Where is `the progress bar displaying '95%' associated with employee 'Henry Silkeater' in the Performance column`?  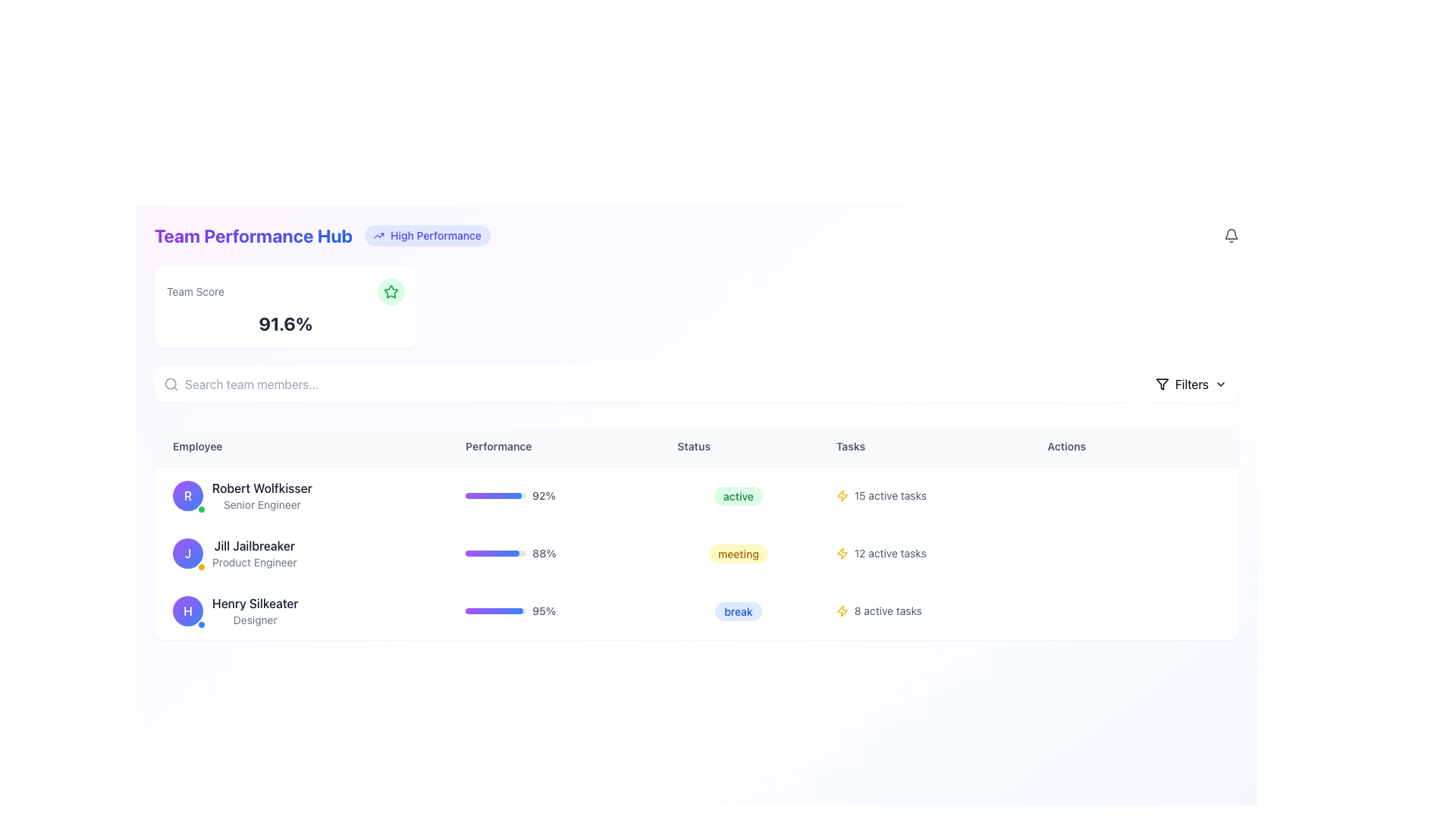
the progress bar displaying '95%' associated with employee 'Henry Silkeater' in the Performance column is located at coordinates (552, 610).